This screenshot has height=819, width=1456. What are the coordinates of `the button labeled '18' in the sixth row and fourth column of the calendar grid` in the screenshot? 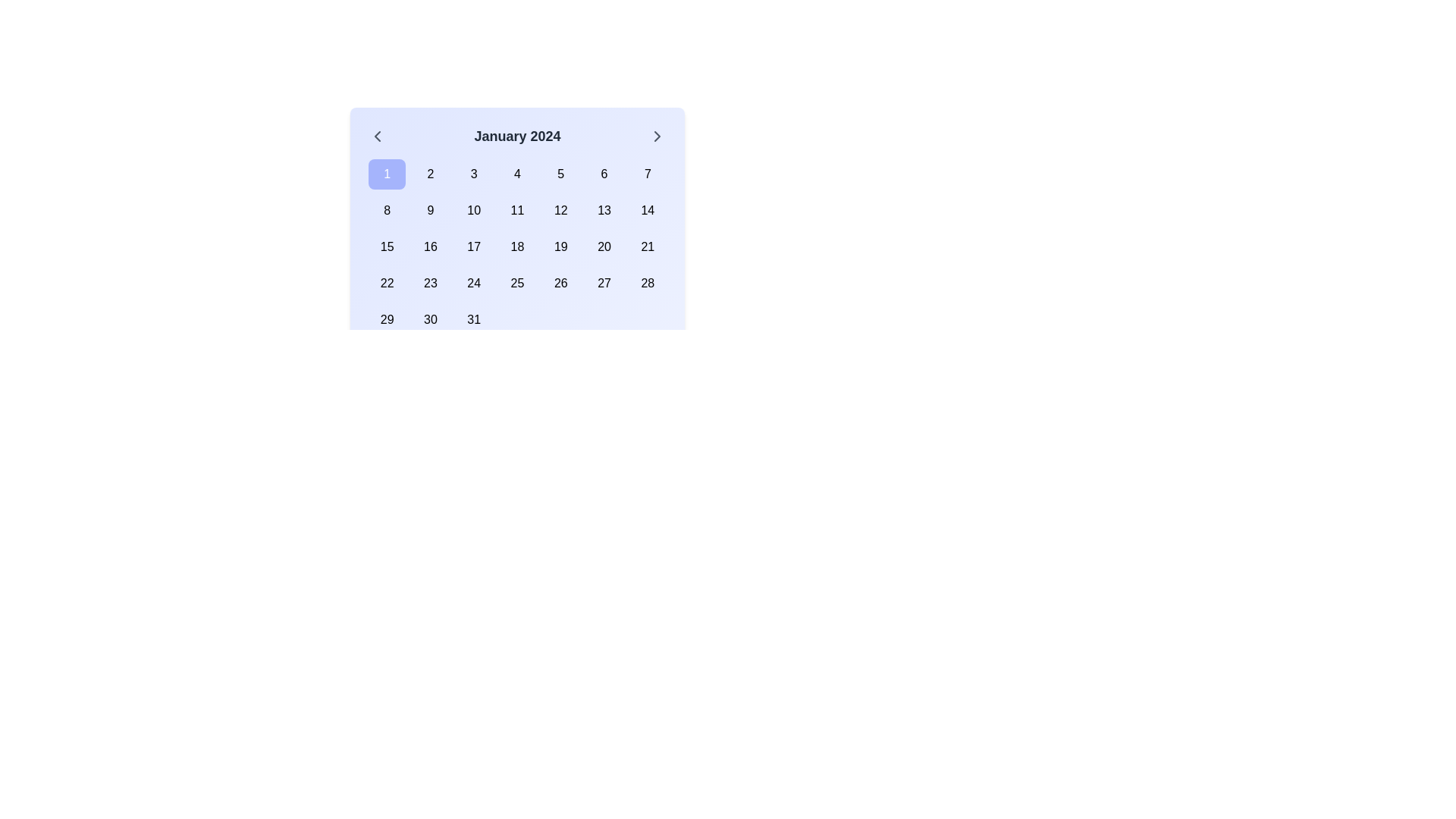 It's located at (517, 246).